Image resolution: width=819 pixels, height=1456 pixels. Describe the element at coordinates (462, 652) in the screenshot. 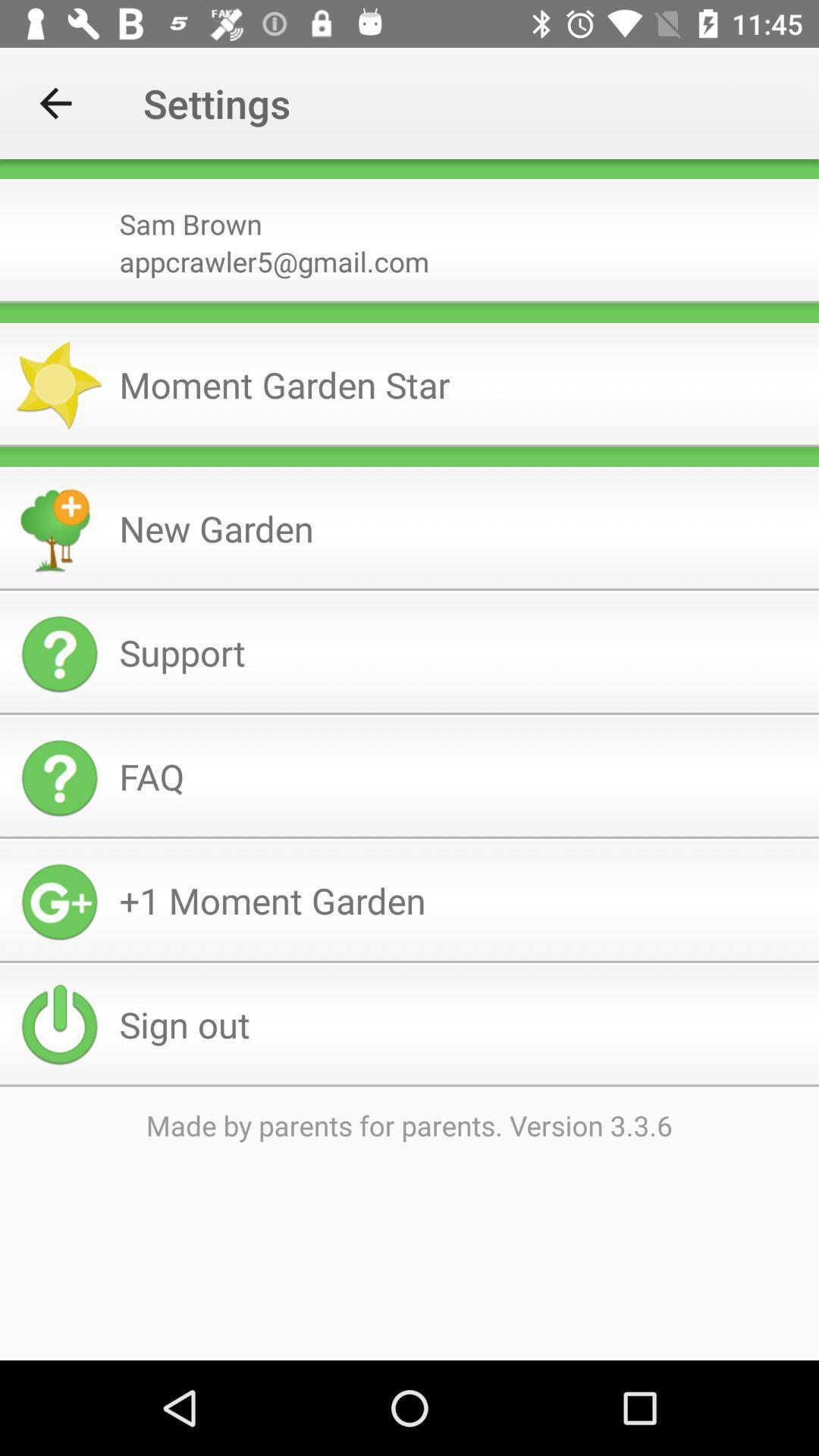

I see `the support icon` at that location.